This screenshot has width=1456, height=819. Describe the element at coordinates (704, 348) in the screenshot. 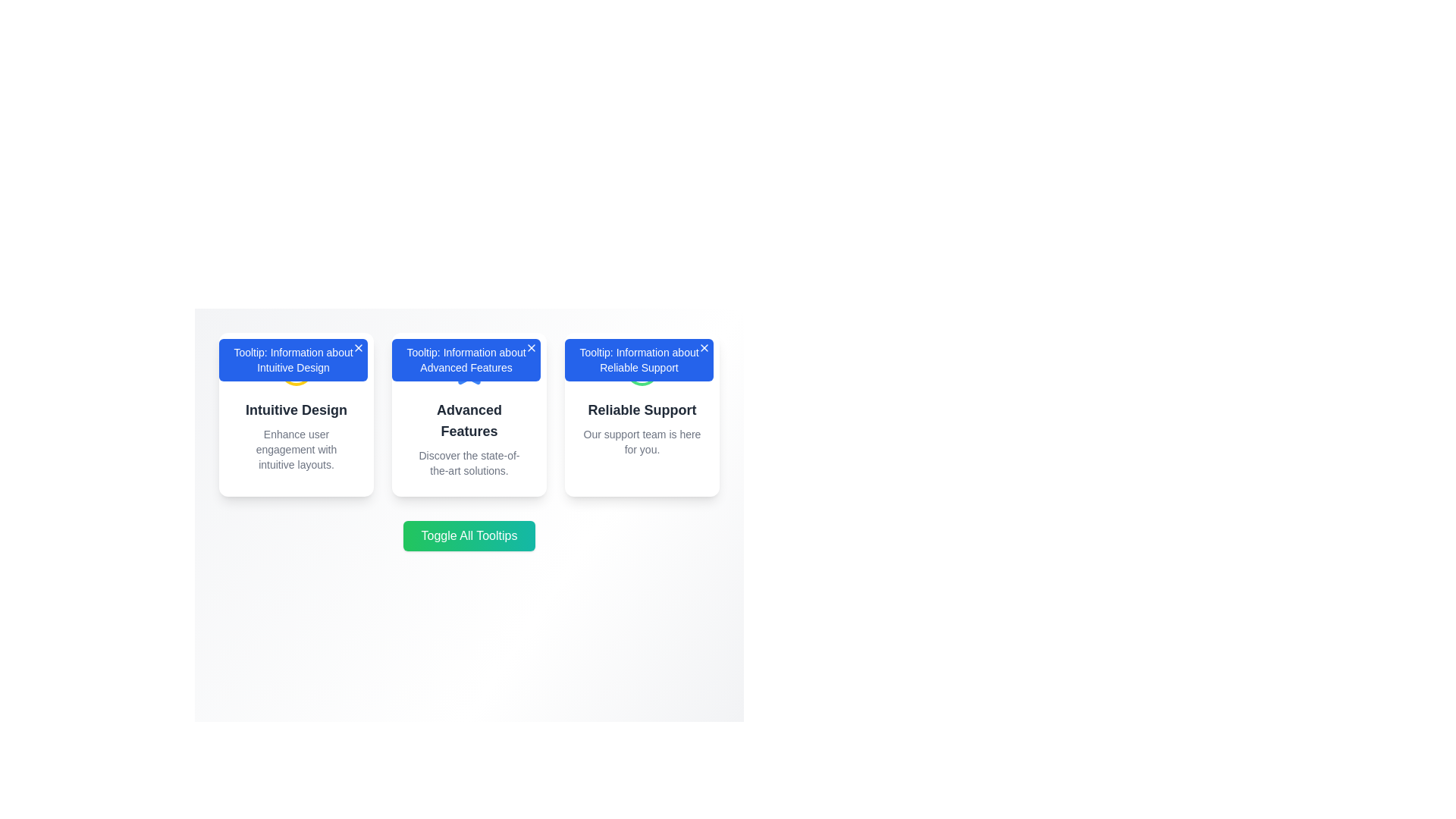

I see `the close button represented by an 'X' icon located at the top-right corner of the tooltip labeled 'Tooltip: Information about Reliable Support'` at that location.